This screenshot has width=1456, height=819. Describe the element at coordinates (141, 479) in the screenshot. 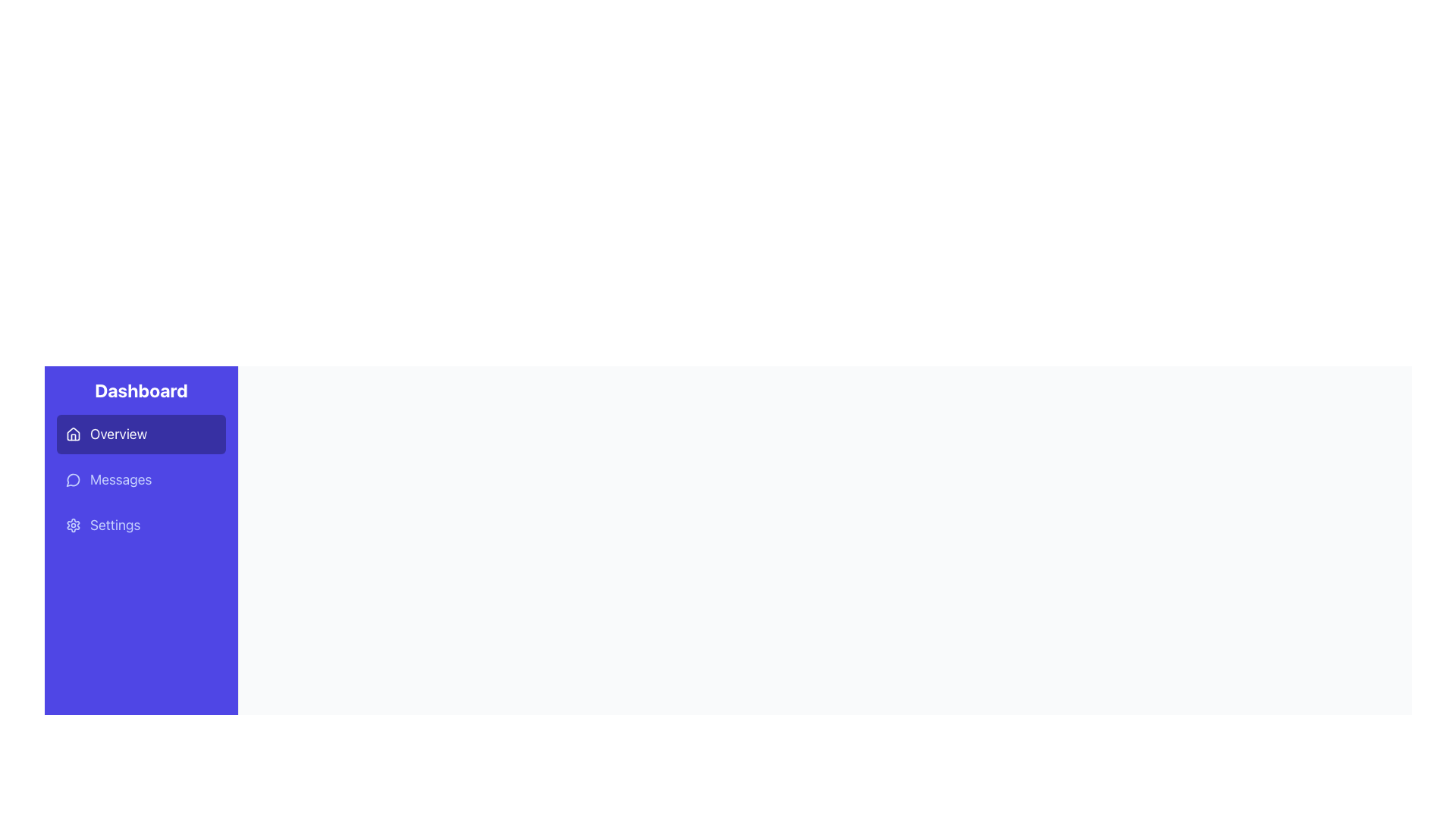

I see `the 'Messages' item in the Navigation menu using keyboard navigation` at that location.